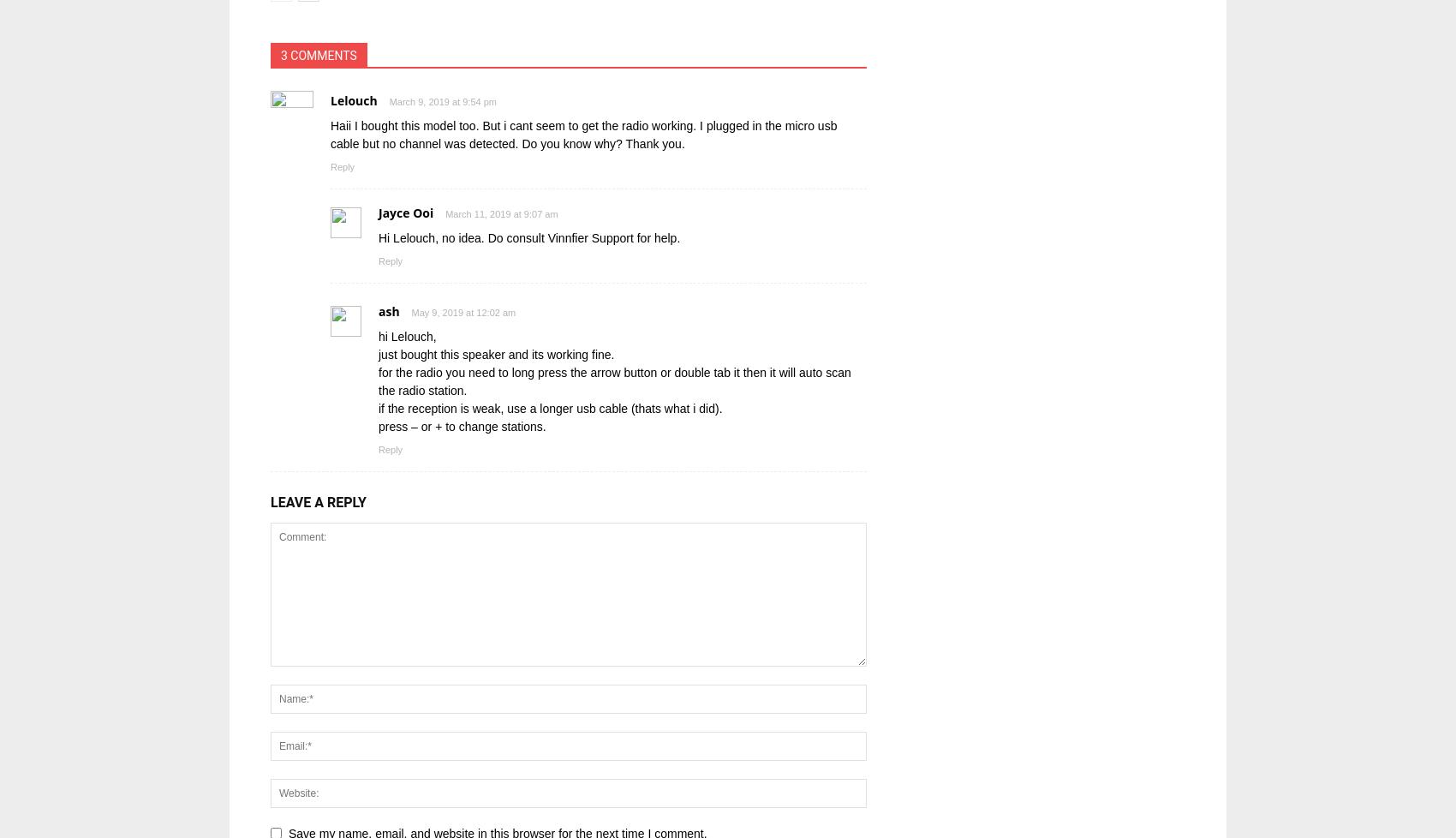 This screenshot has width=1456, height=838. Describe the element at coordinates (614, 380) in the screenshot. I see `'for the radio you need to long press the arrow button or double tab it then it will auto scan the radio station.'` at that location.